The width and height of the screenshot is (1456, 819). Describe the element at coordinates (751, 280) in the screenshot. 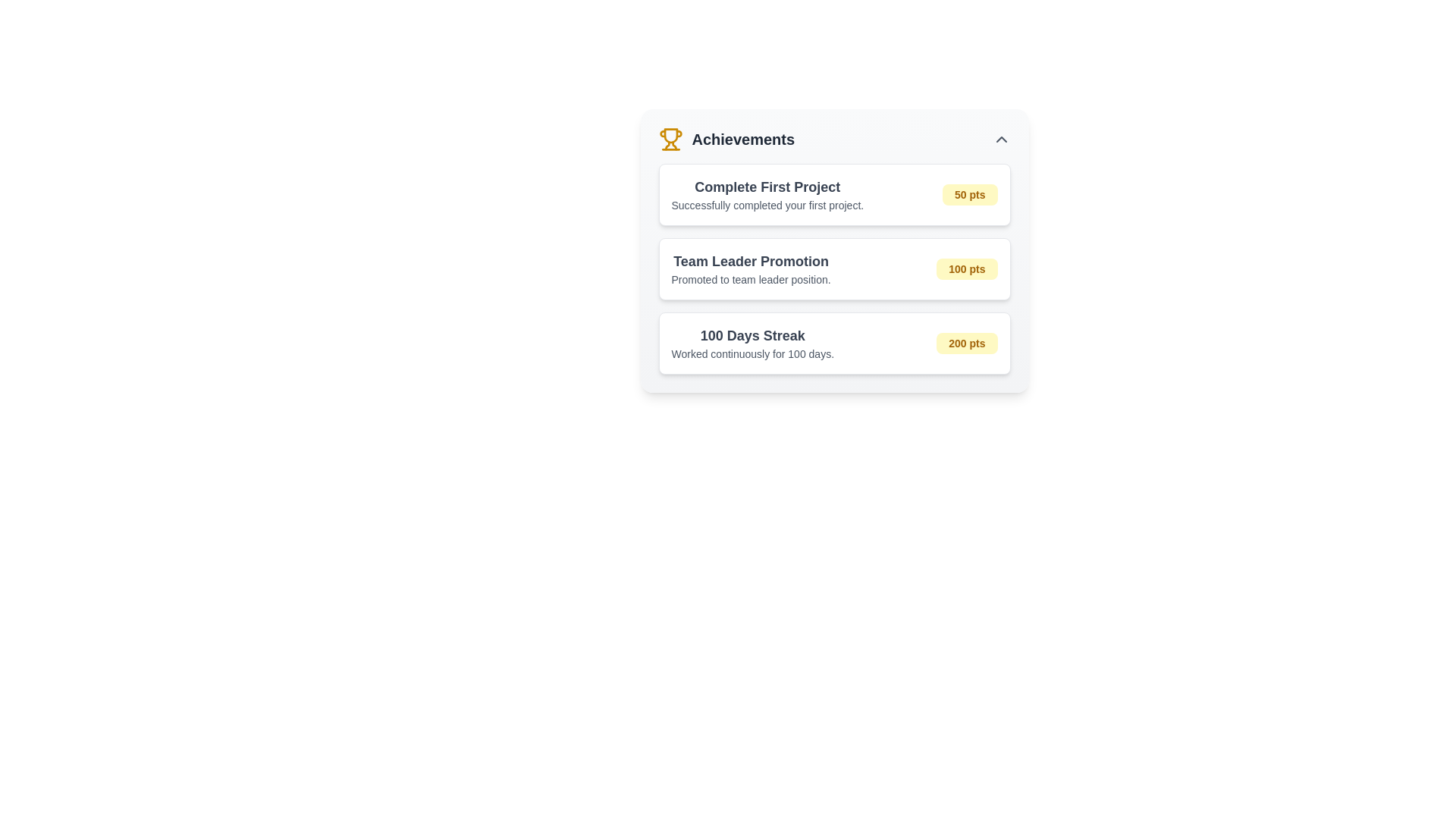

I see `text label providing additional descriptive information about the 'Team Leader Promotion' achievement, which is located below the title in the vertically organized list` at that location.